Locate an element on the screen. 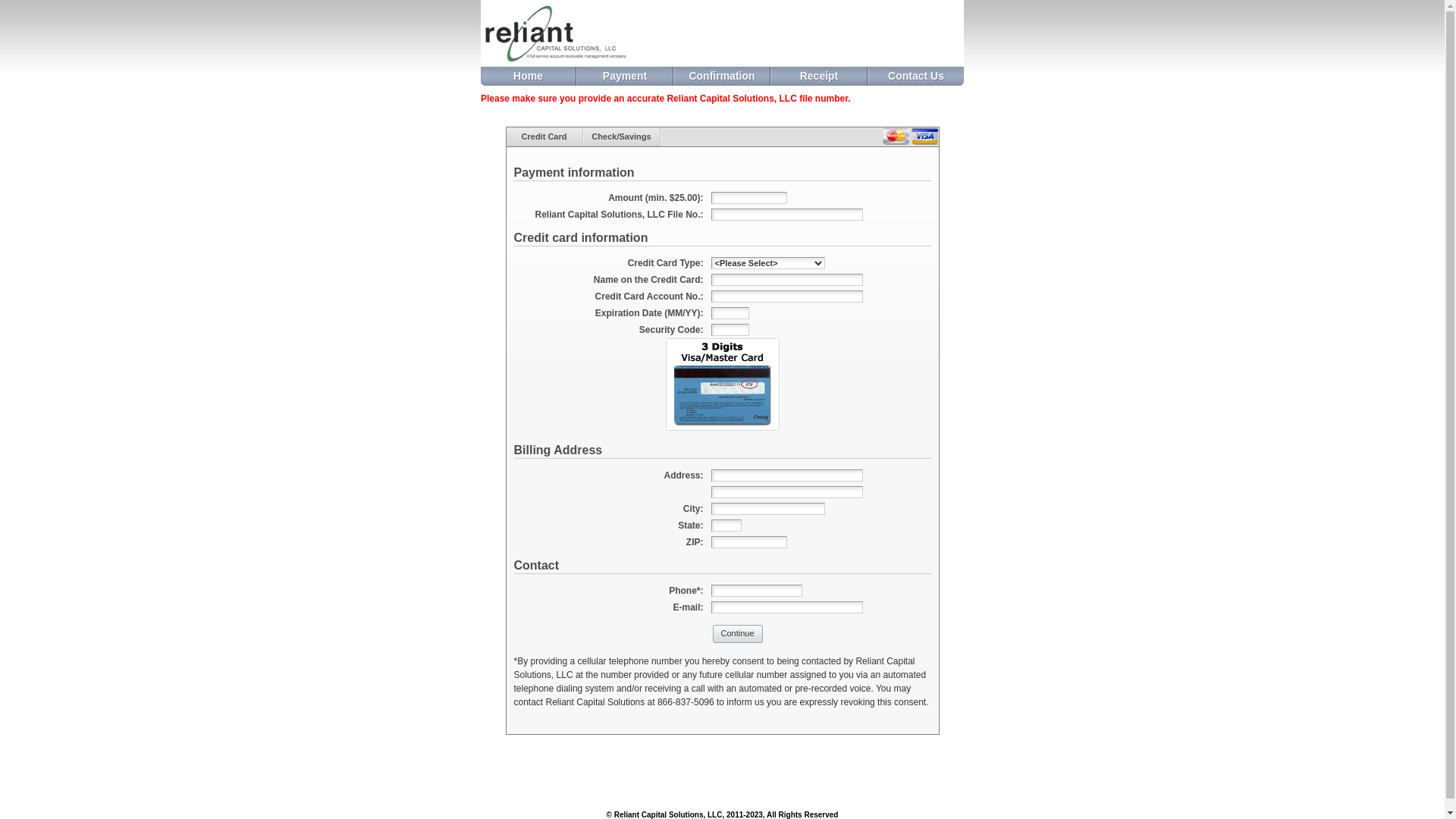 Image resolution: width=1456 pixels, height=819 pixels. 'Confirmation' is located at coordinates (720, 76).